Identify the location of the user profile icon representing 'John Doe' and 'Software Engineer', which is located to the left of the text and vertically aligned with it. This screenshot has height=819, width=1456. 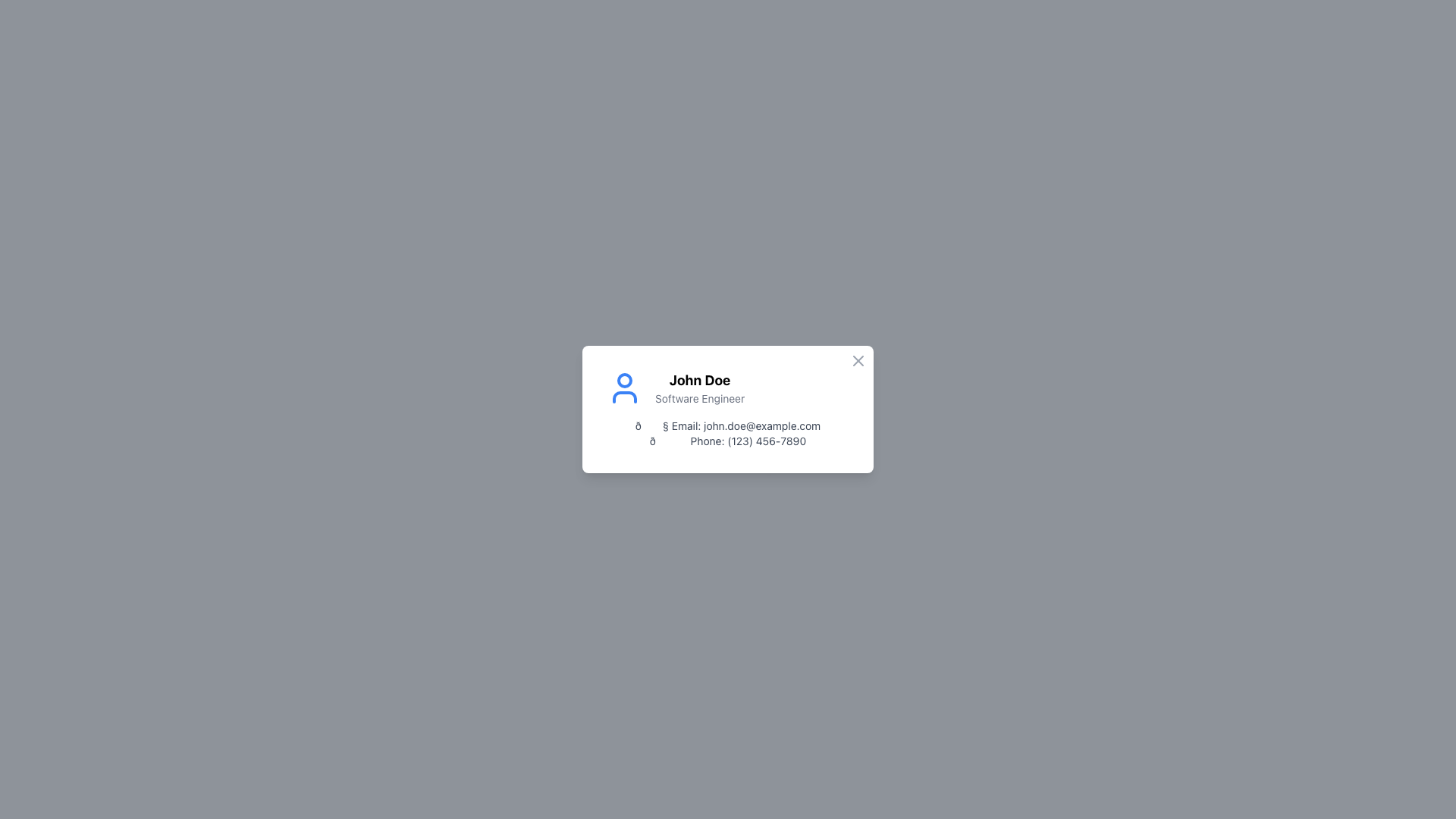
(625, 388).